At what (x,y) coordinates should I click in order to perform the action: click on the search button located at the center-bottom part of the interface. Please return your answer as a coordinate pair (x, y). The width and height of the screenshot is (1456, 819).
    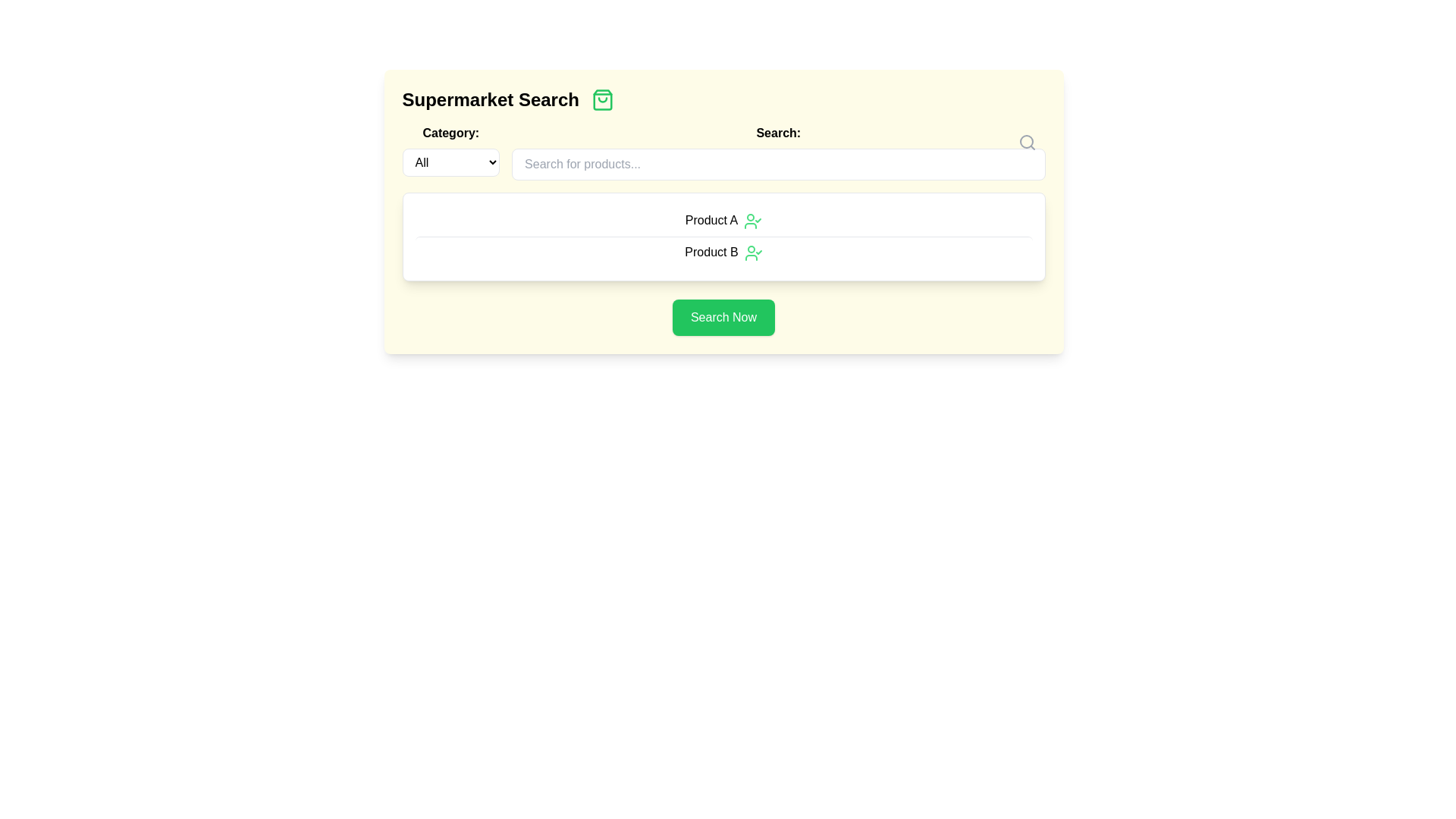
    Looking at the image, I should click on (723, 316).